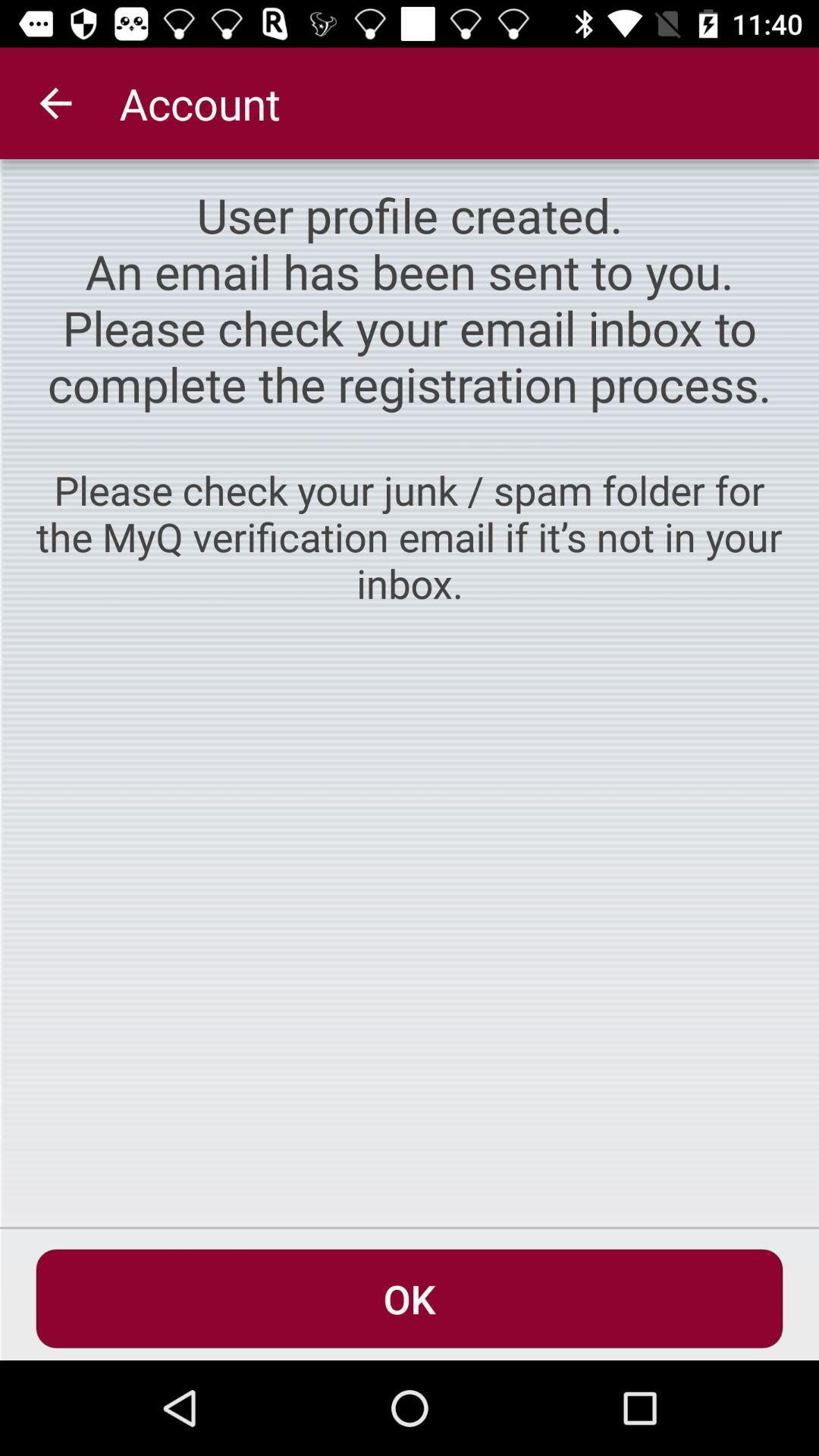 This screenshot has width=819, height=1456. I want to click on the ok item, so click(409, 1298).